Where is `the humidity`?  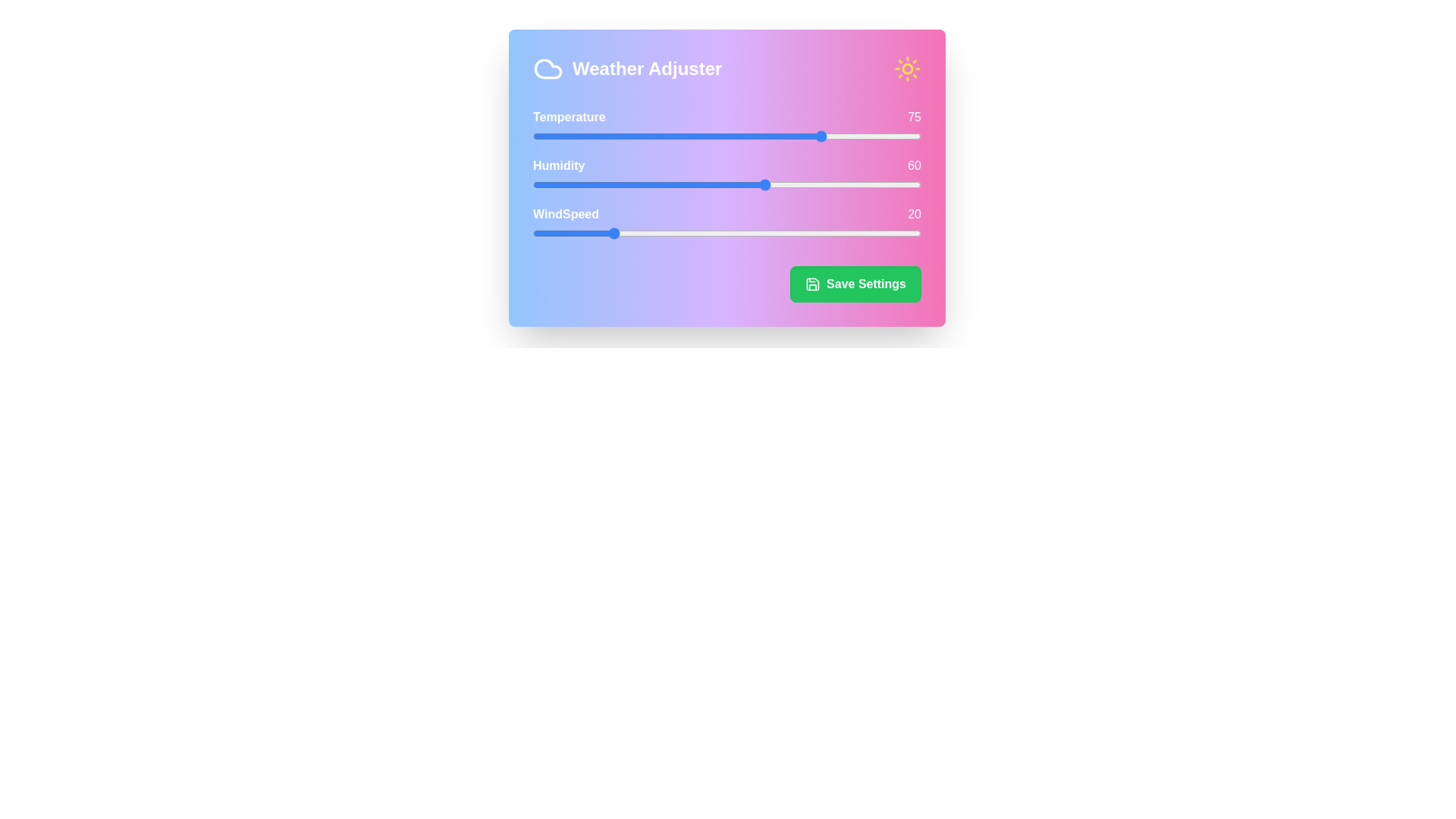 the humidity is located at coordinates (532, 184).